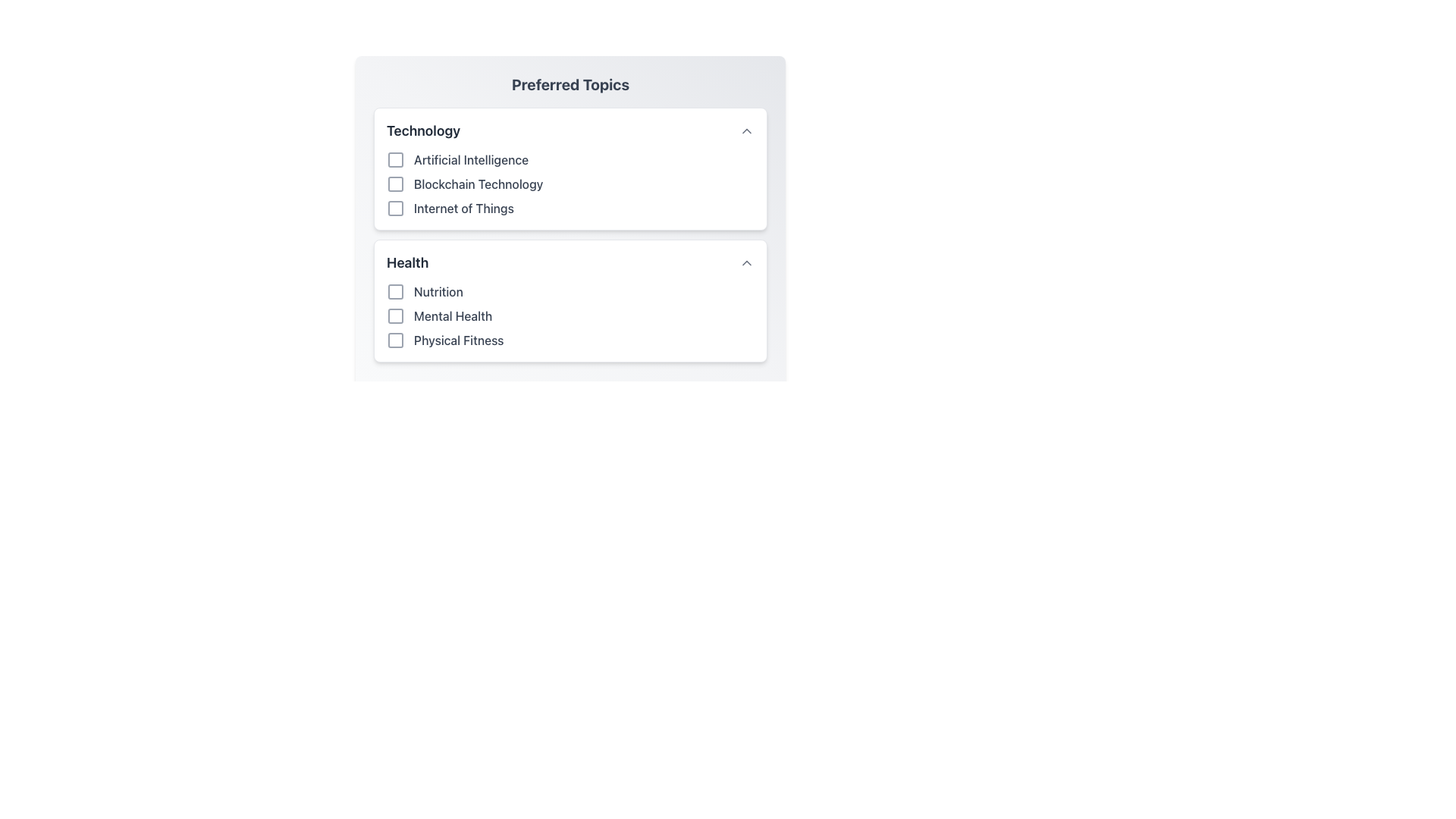  Describe the element at coordinates (463, 208) in the screenshot. I see `the label for the 'Internet of Things' checkbox, which is located to the right of the checkbox in the 'Technology' subsection of the 'Preferred Topics' section` at that location.